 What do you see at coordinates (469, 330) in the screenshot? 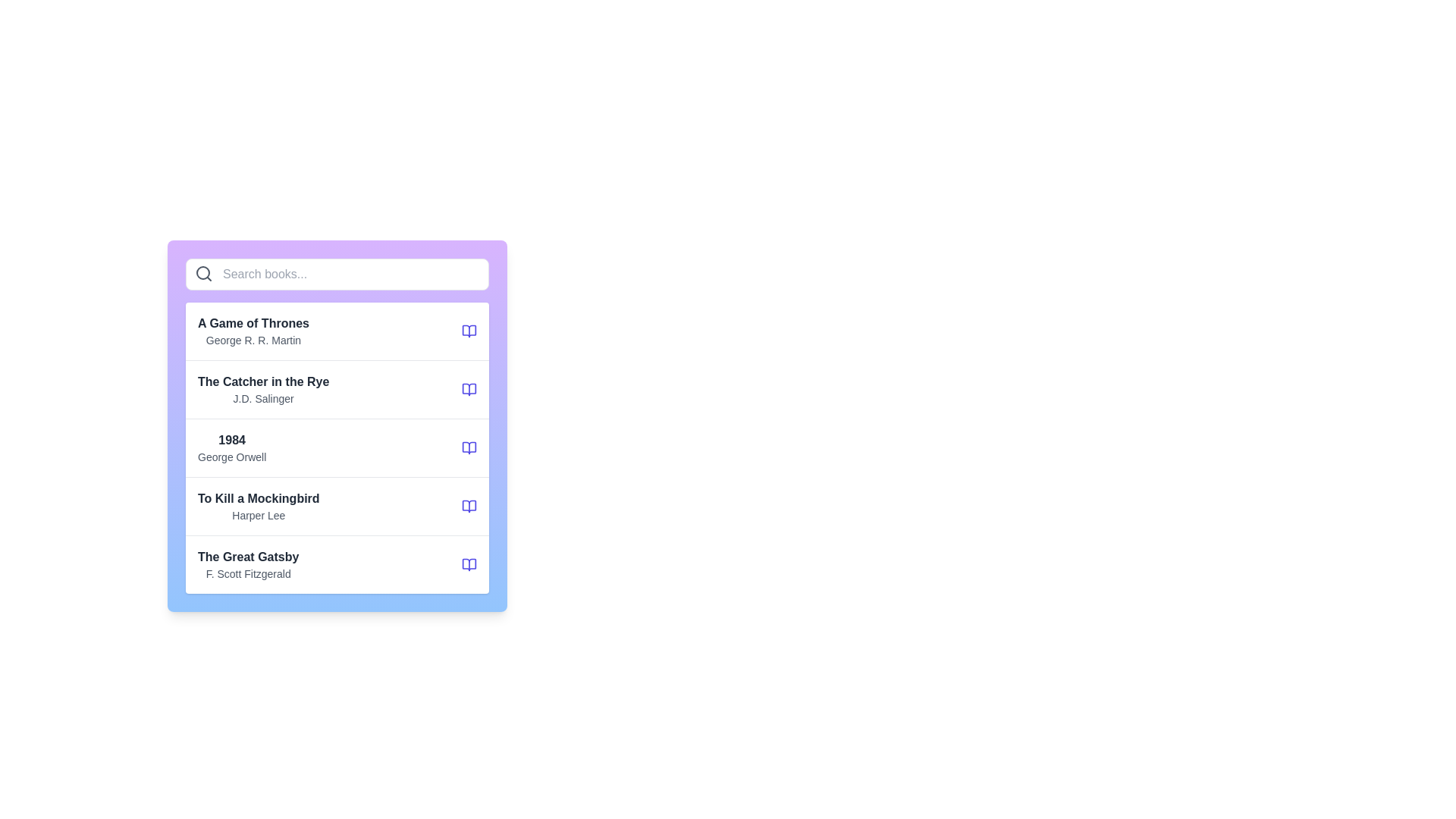
I see `the icon located at the top-right of the list item for 'A Game of Thrones'` at bounding box center [469, 330].